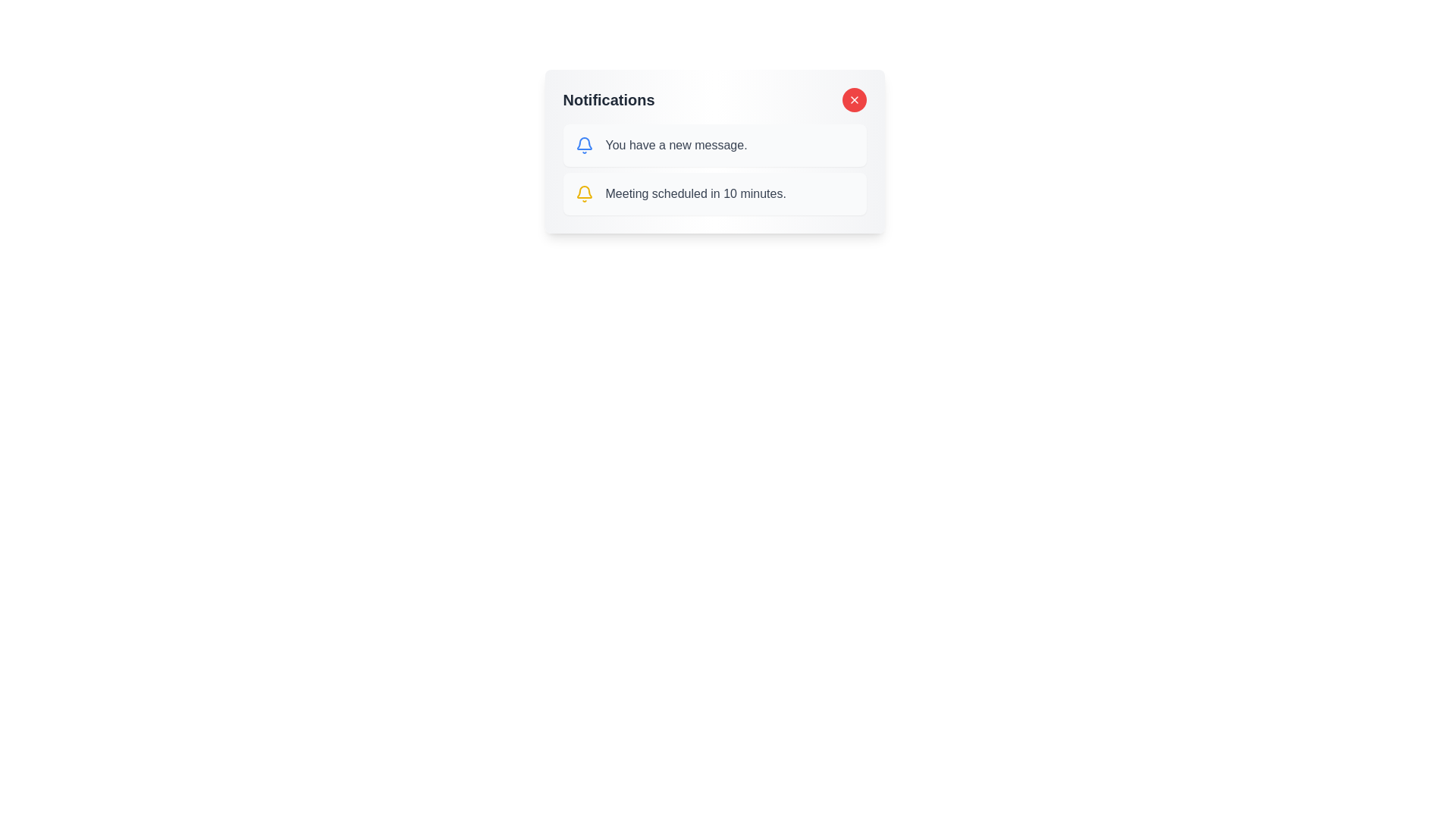 The height and width of the screenshot is (819, 1456). Describe the element at coordinates (583, 191) in the screenshot. I see `the notification icon located inside the notification box, which serves as an indicator for incoming notifications` at that location.